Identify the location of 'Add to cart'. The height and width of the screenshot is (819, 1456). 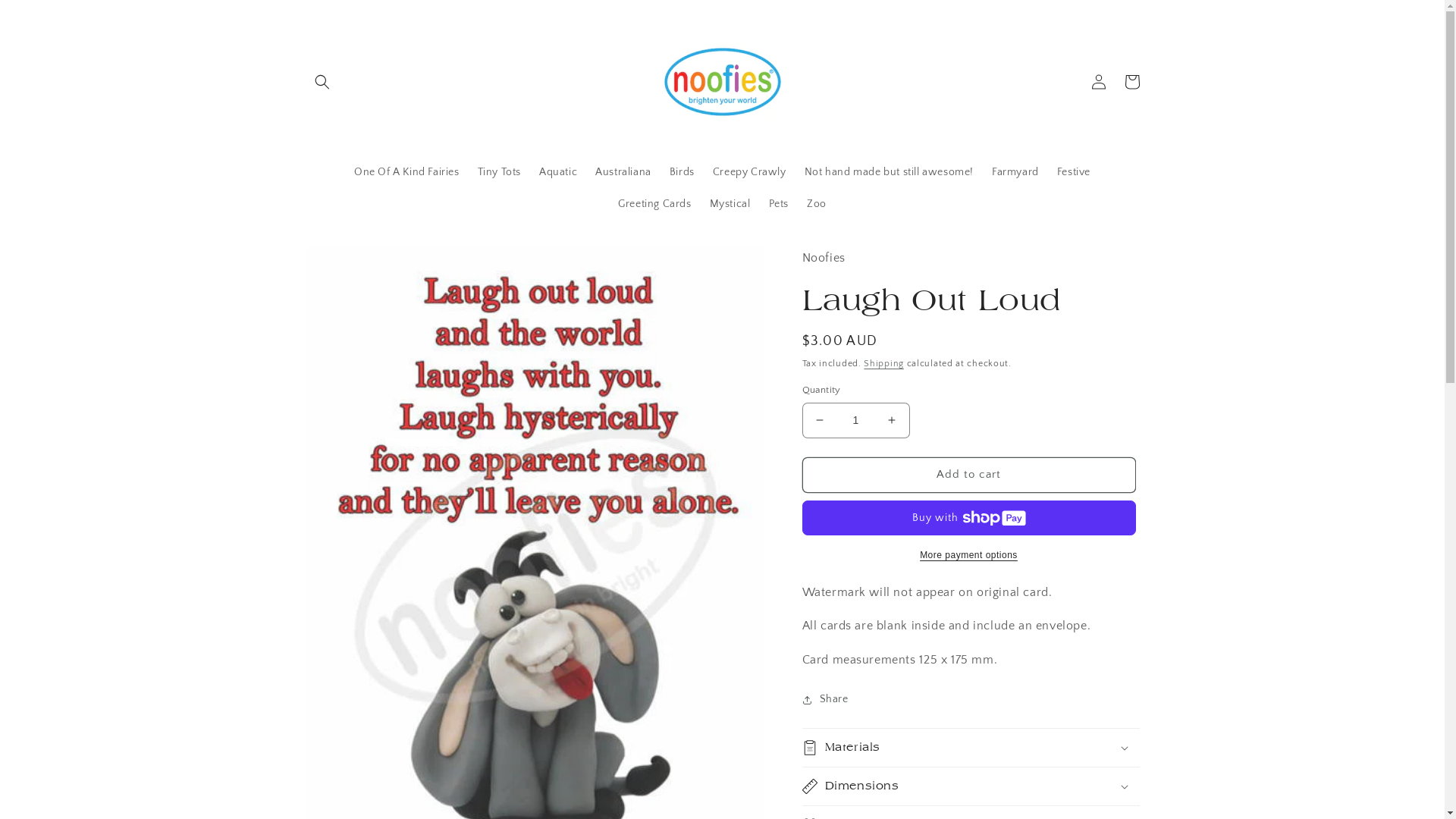
(968, 474).